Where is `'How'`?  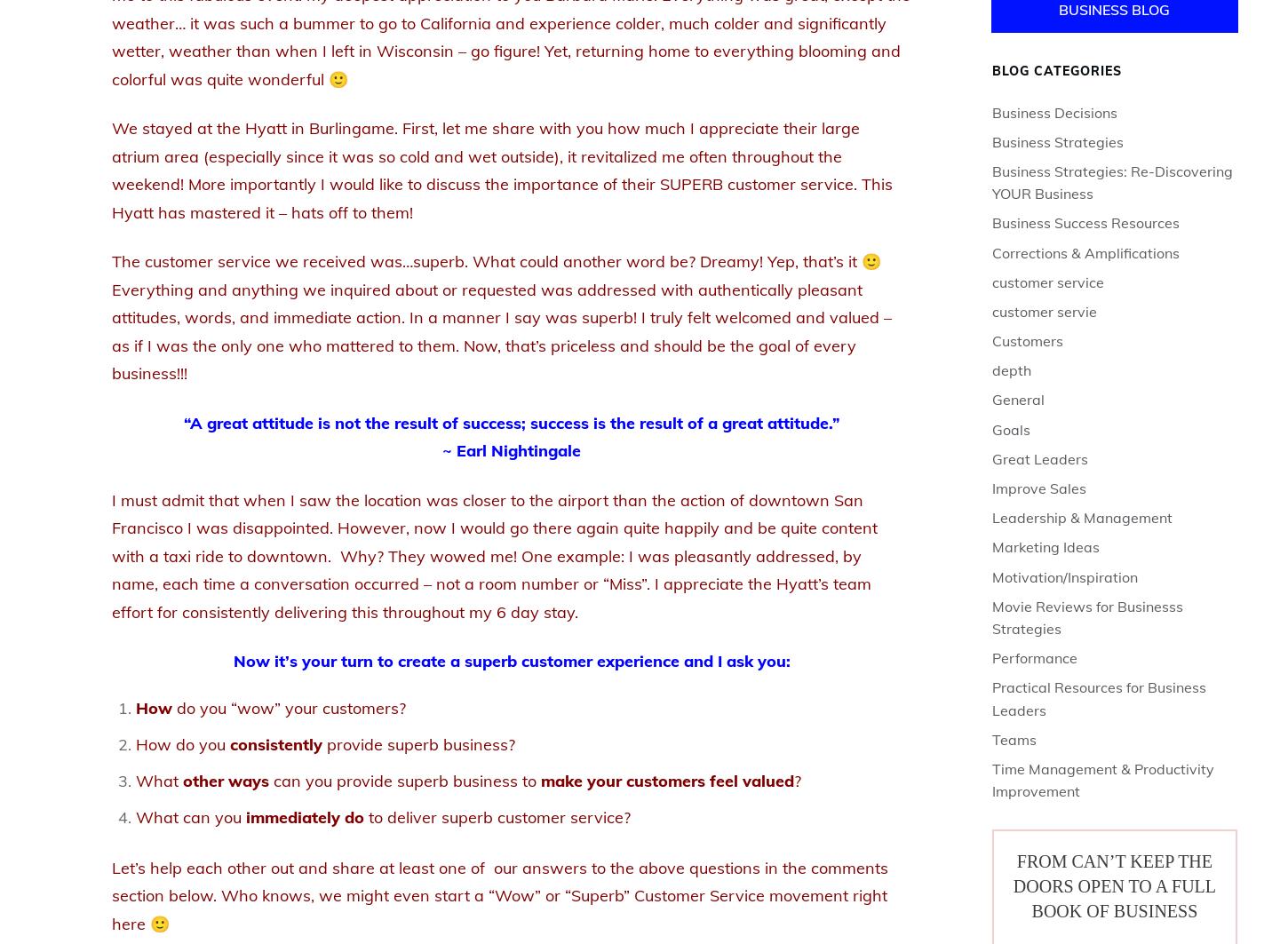
'How' is located at coordinates (153, 706).